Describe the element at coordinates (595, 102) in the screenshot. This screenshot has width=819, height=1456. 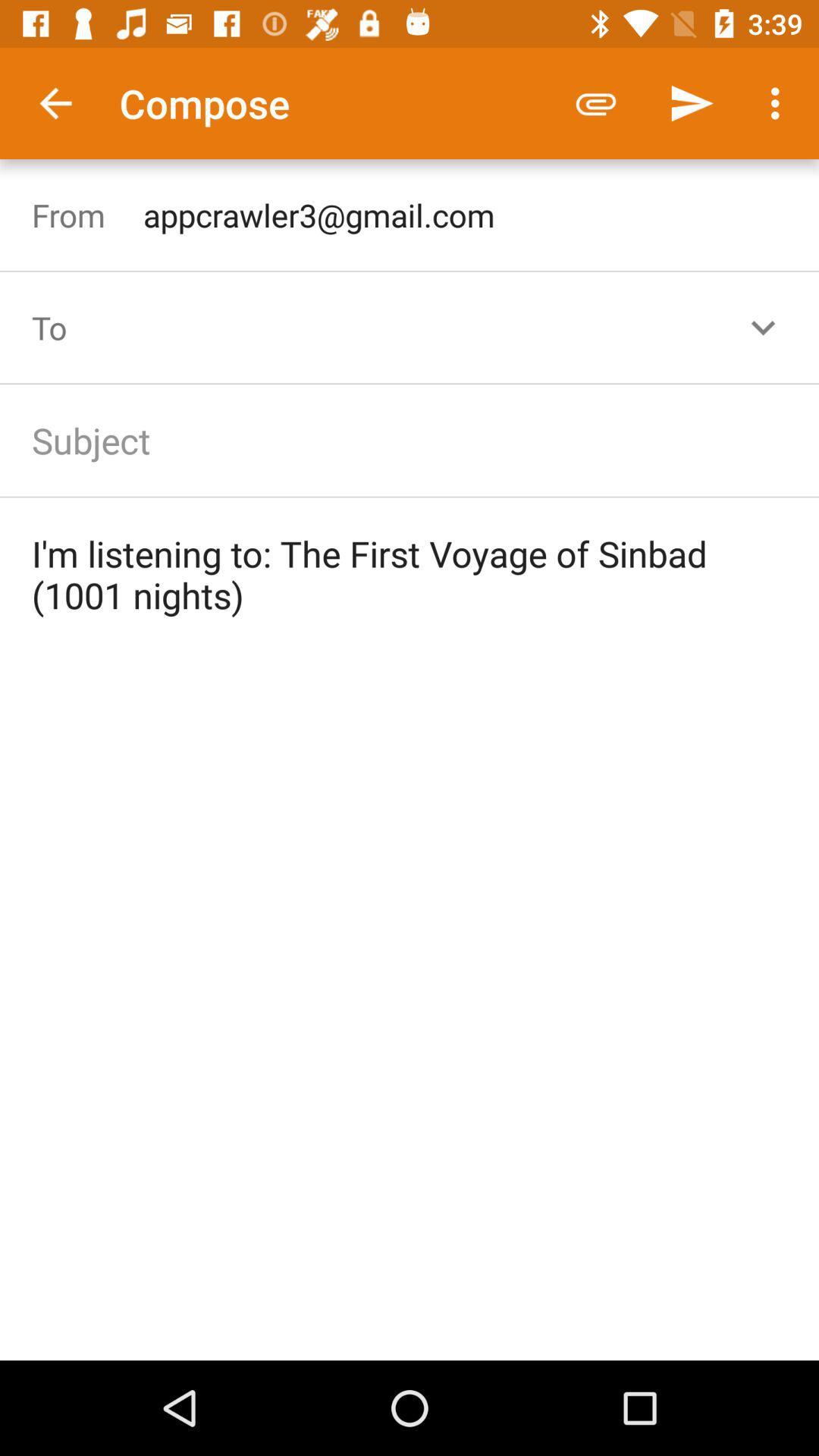
I see `item next to the compose icon` at that location.